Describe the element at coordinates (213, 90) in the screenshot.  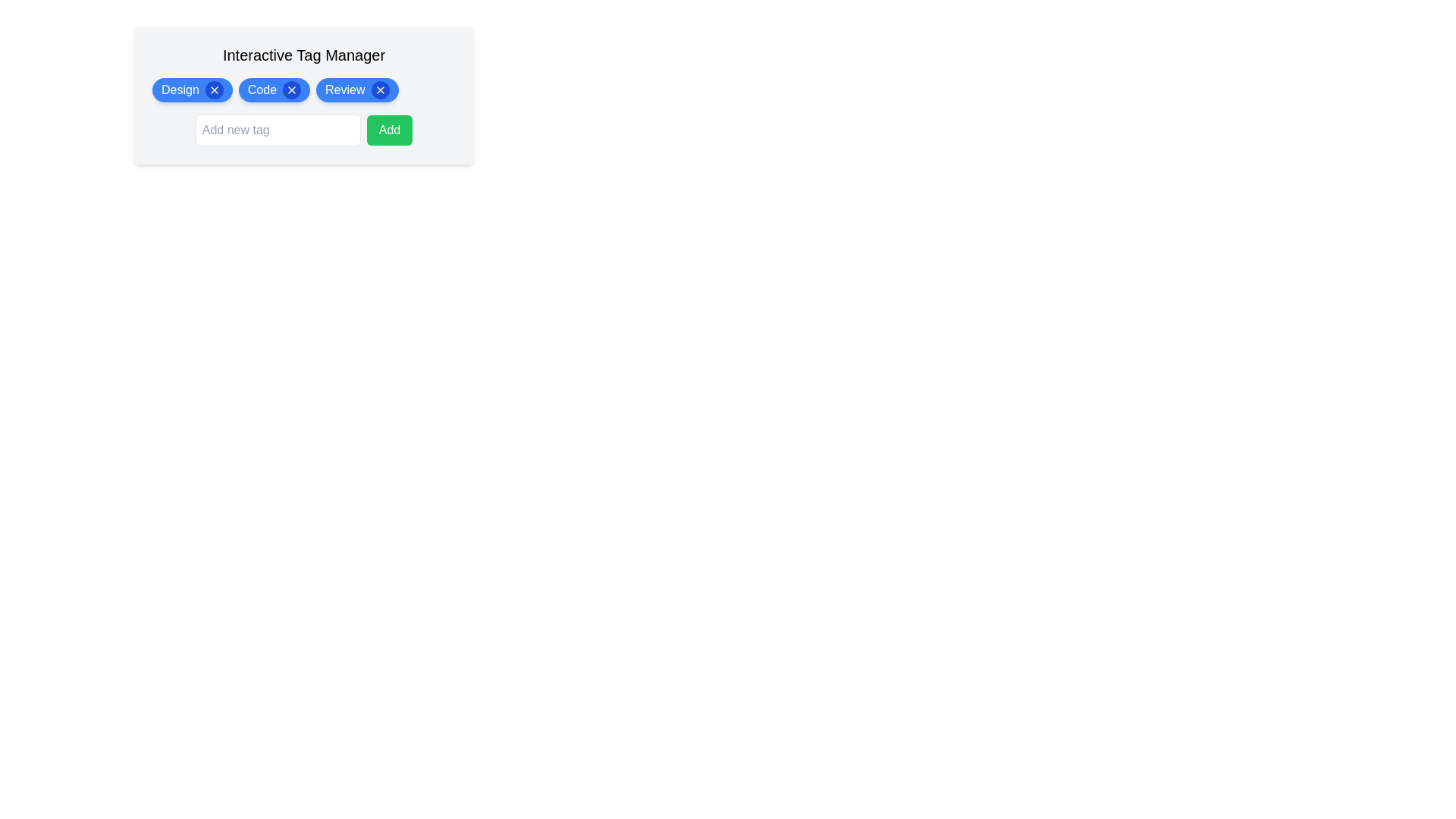
I see `the close icon button located to the right of the 'Design' tag` at that location.